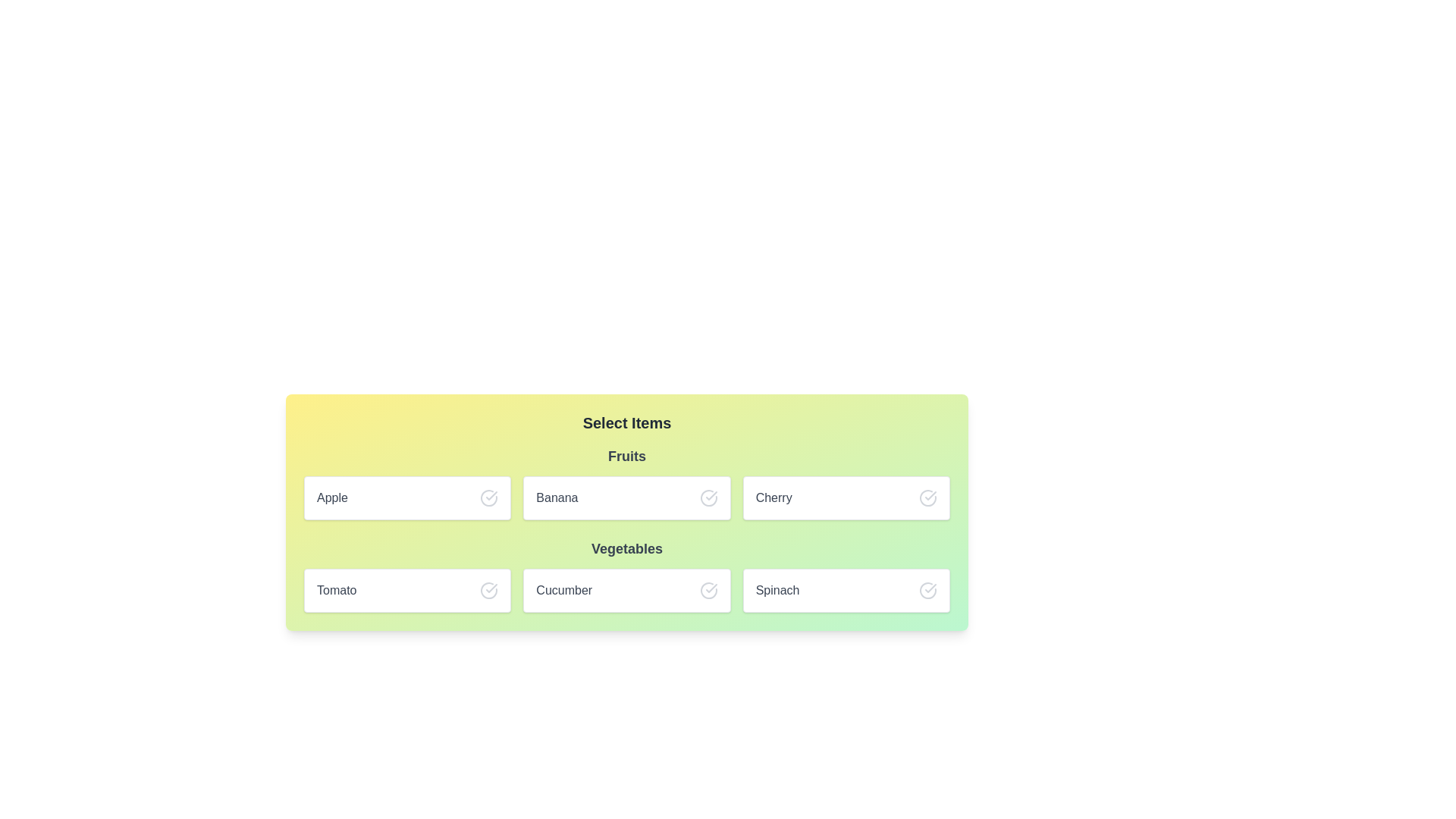 The width and height of the screenshot is (1456, 819). Describe the element at coordinates (489, 497) in the screenshot. I see `the segment of the circular icon in the first slot of the 'Fruits' section, which features a partial circular arc and is outlined with a monochromatic theme` at that location.